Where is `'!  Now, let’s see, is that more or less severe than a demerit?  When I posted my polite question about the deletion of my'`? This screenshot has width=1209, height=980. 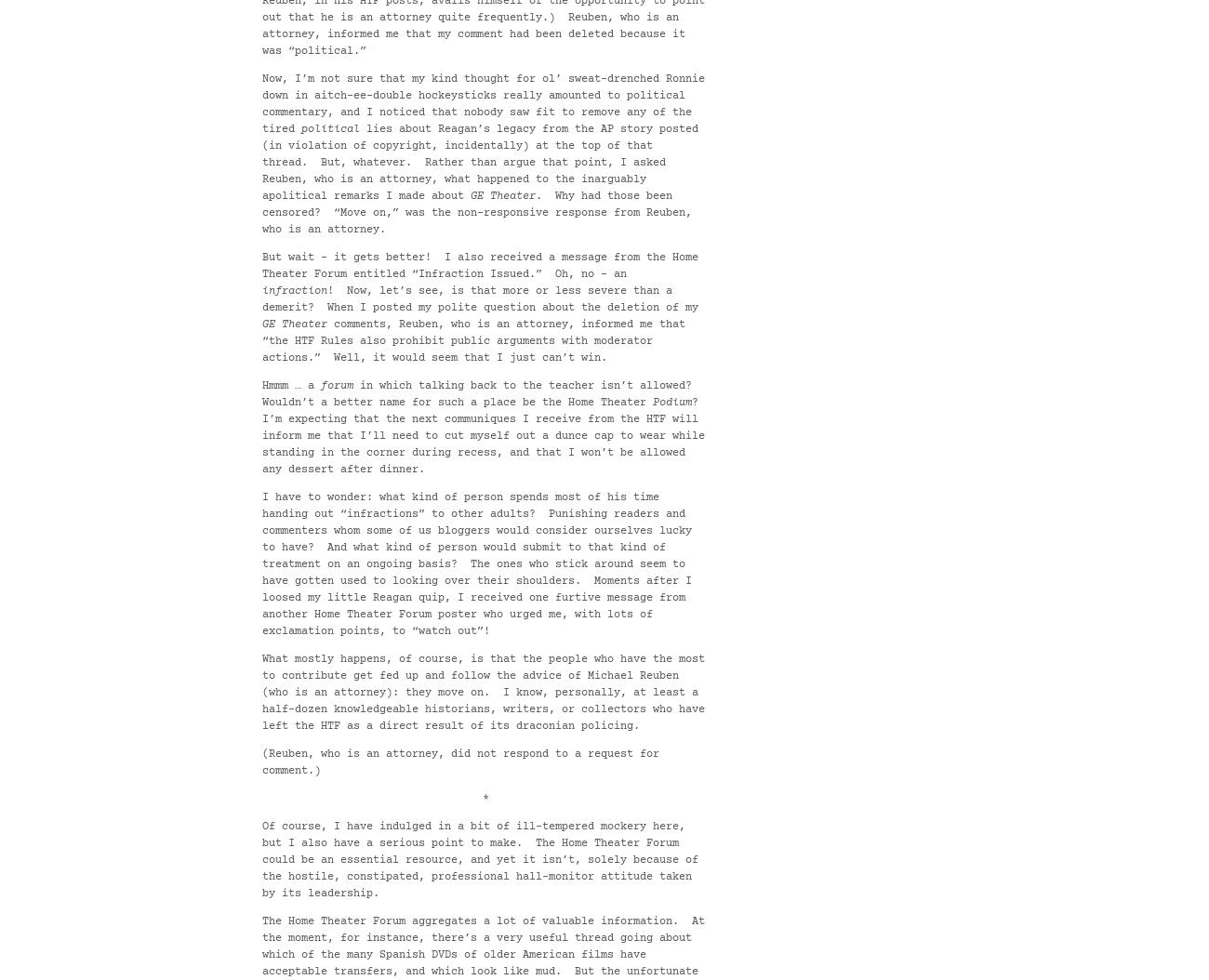
'!  Now, let’s see, is that more or less severe than a demerit?  When I posted my polite question about the deletion of my' is located at coordinates (480, 299).